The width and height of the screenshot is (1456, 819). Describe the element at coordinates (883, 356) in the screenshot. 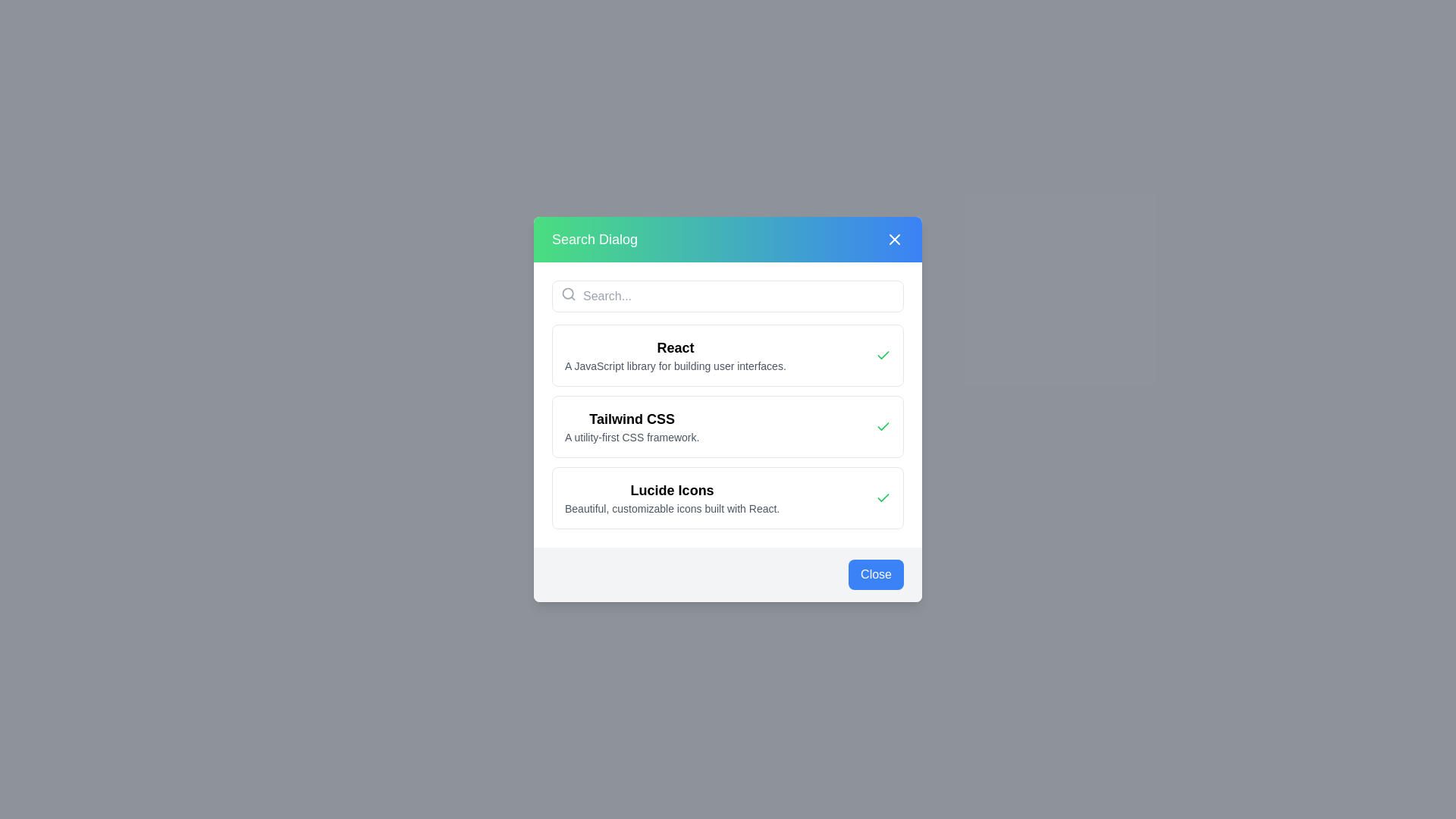

I see `the Checkmark icon located to the right of the 'React' text header` at that location.